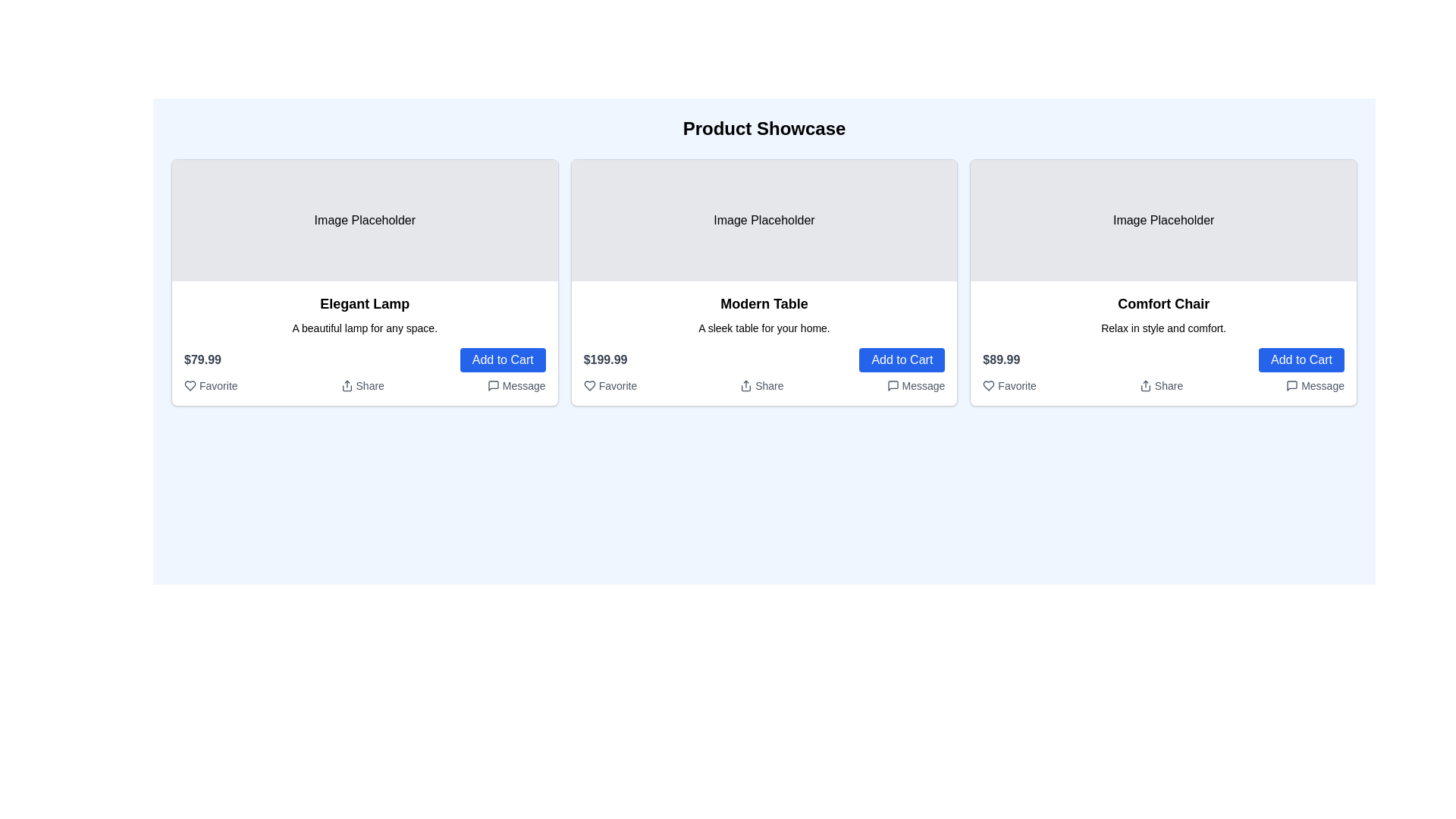 This screenshot has width=1456, height=819. Describe the element at coordinates (1009, 385) in the screenshot. I see `the 'Favorite' button with a heart icon located at the bottom left of the third card titled 'Comfort Chair' for keyboard interaction` at that location.